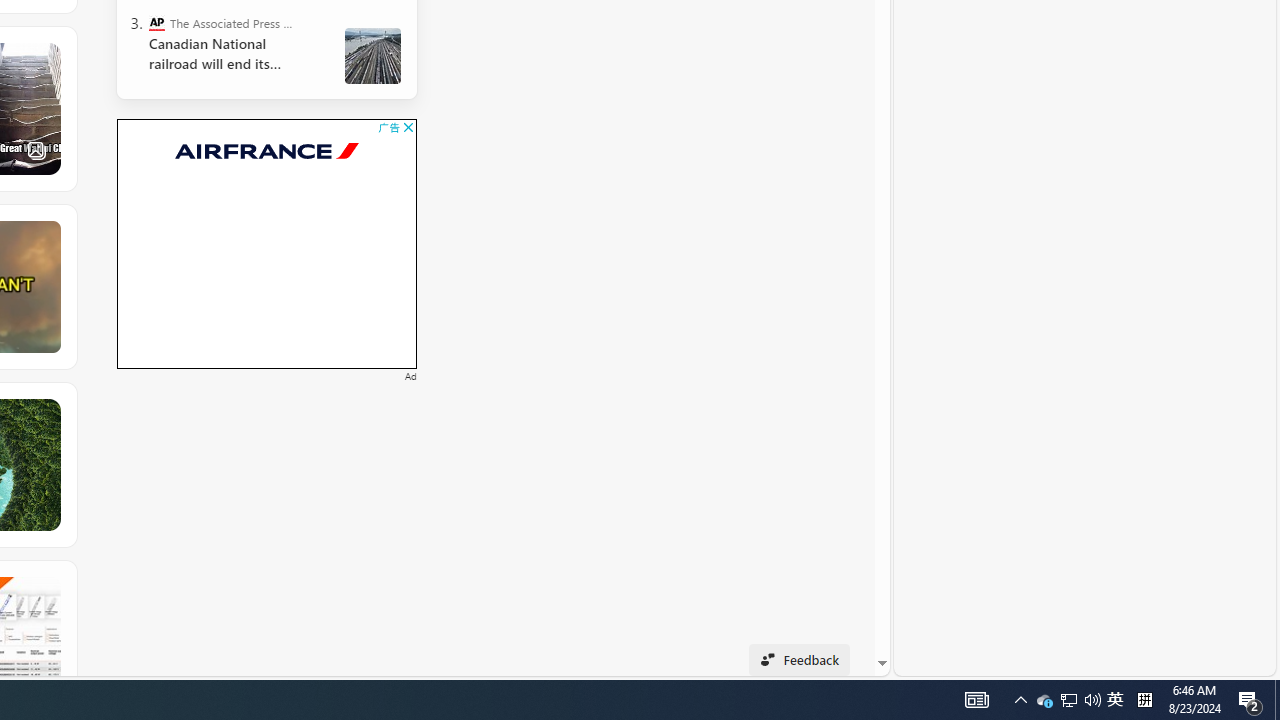  I want to click on 'The Associated Press - Business News', so click(155, 23).